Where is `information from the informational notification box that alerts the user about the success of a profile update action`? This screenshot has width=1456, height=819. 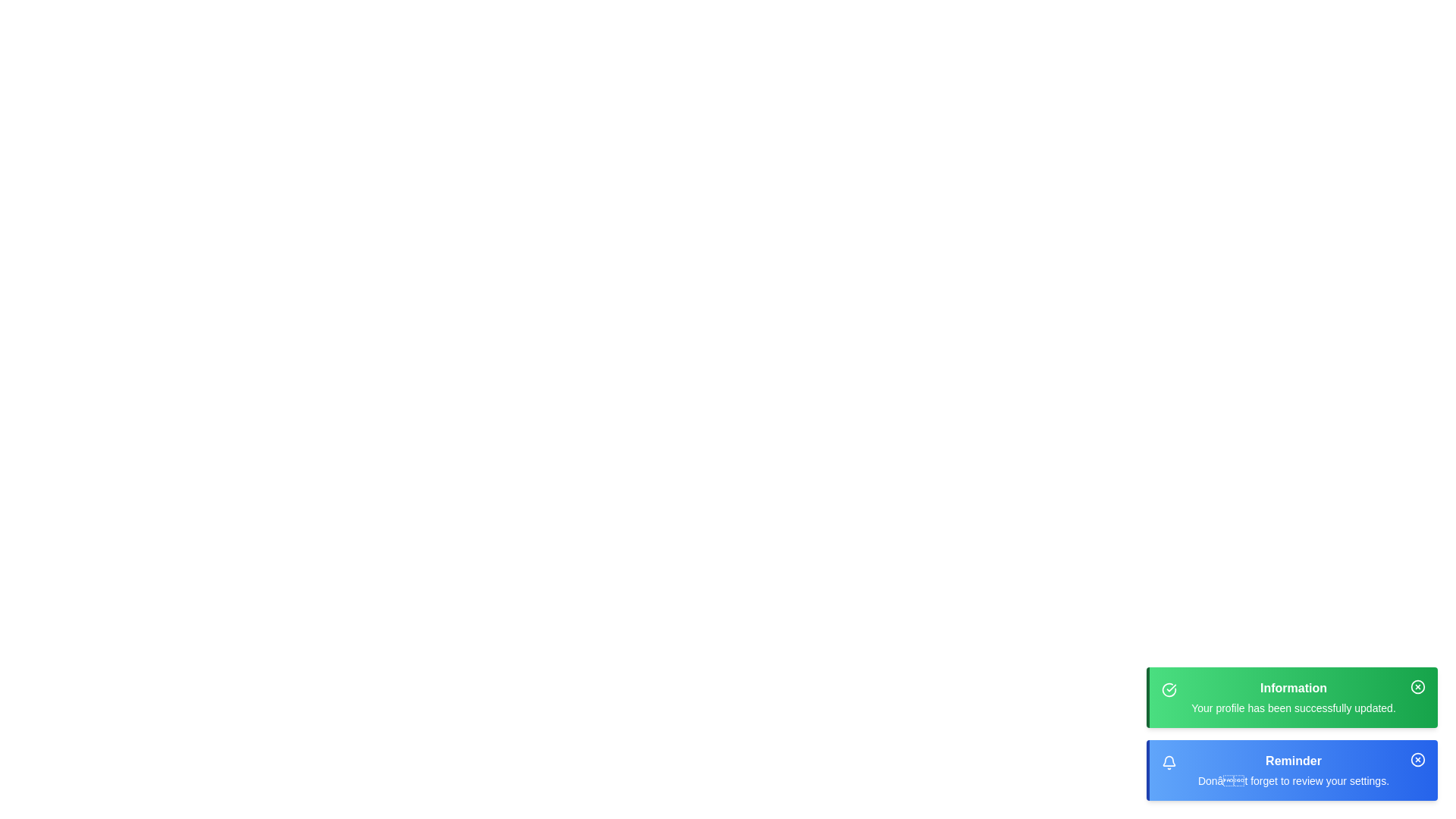 information from the informational notification box that alerts the user about the success of a profile update action is located at coordinates (1292, 698).